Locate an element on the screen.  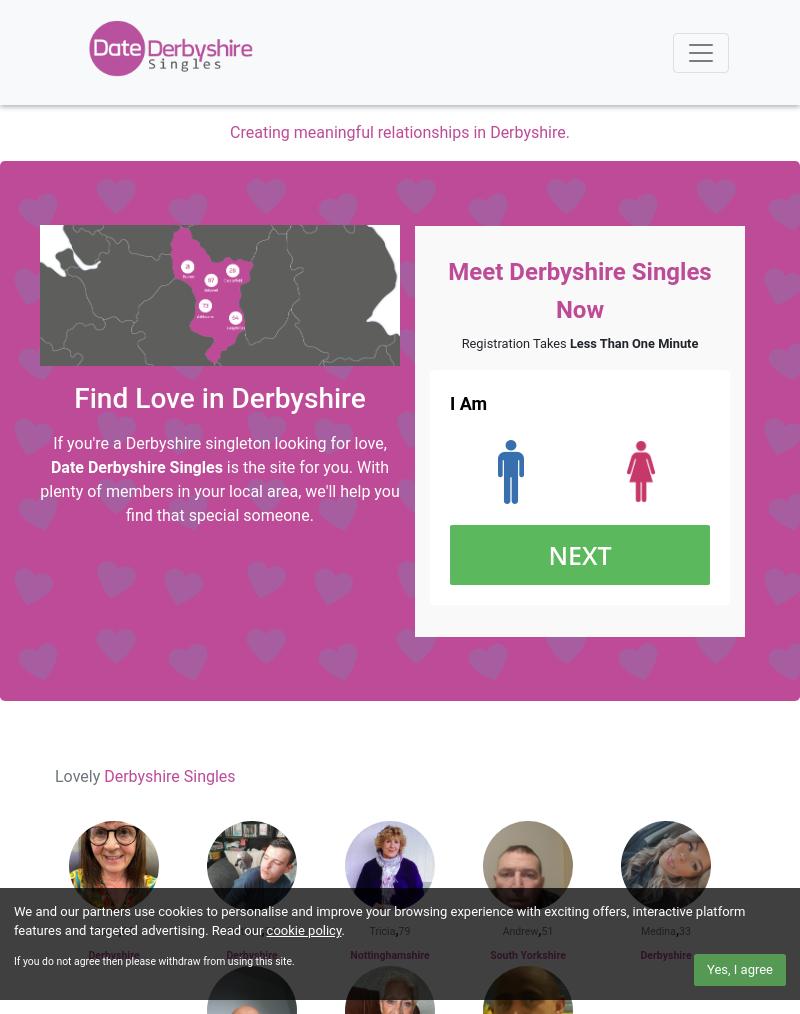
'South Yorkshire' is located at coordinates (526, 954).